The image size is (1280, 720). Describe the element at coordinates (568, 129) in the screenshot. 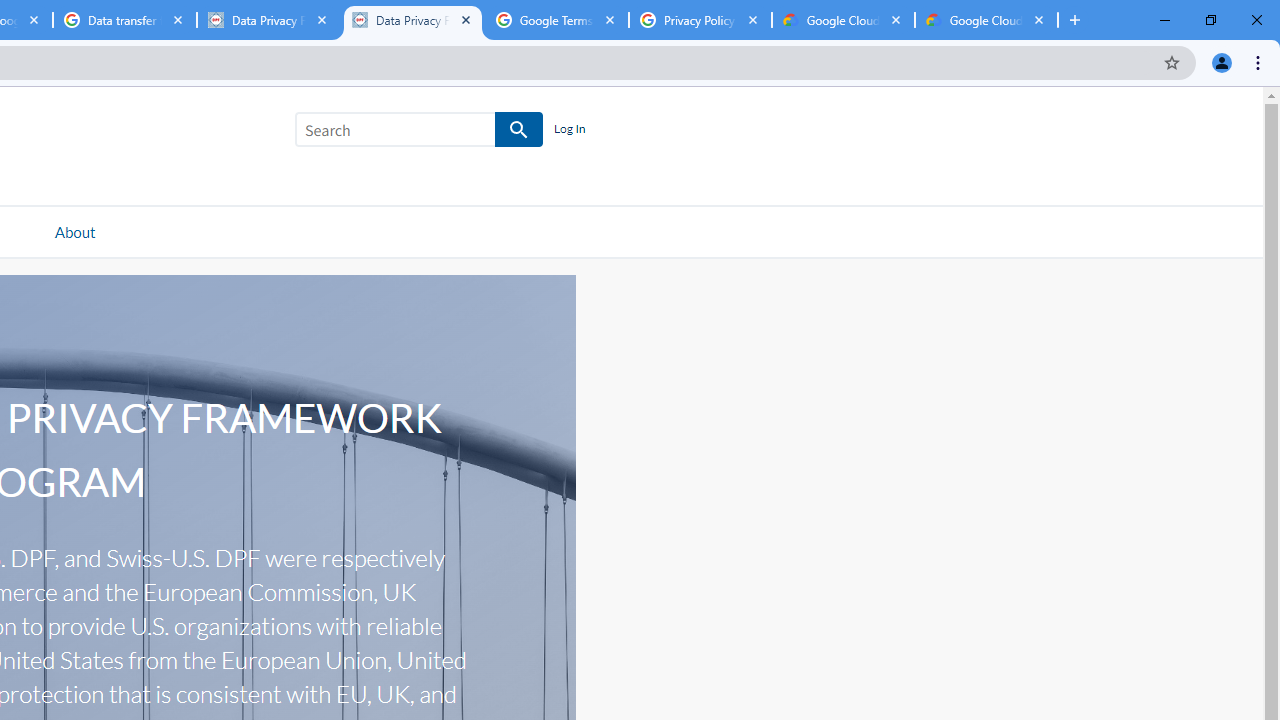

I see `'Log In'` at that location.